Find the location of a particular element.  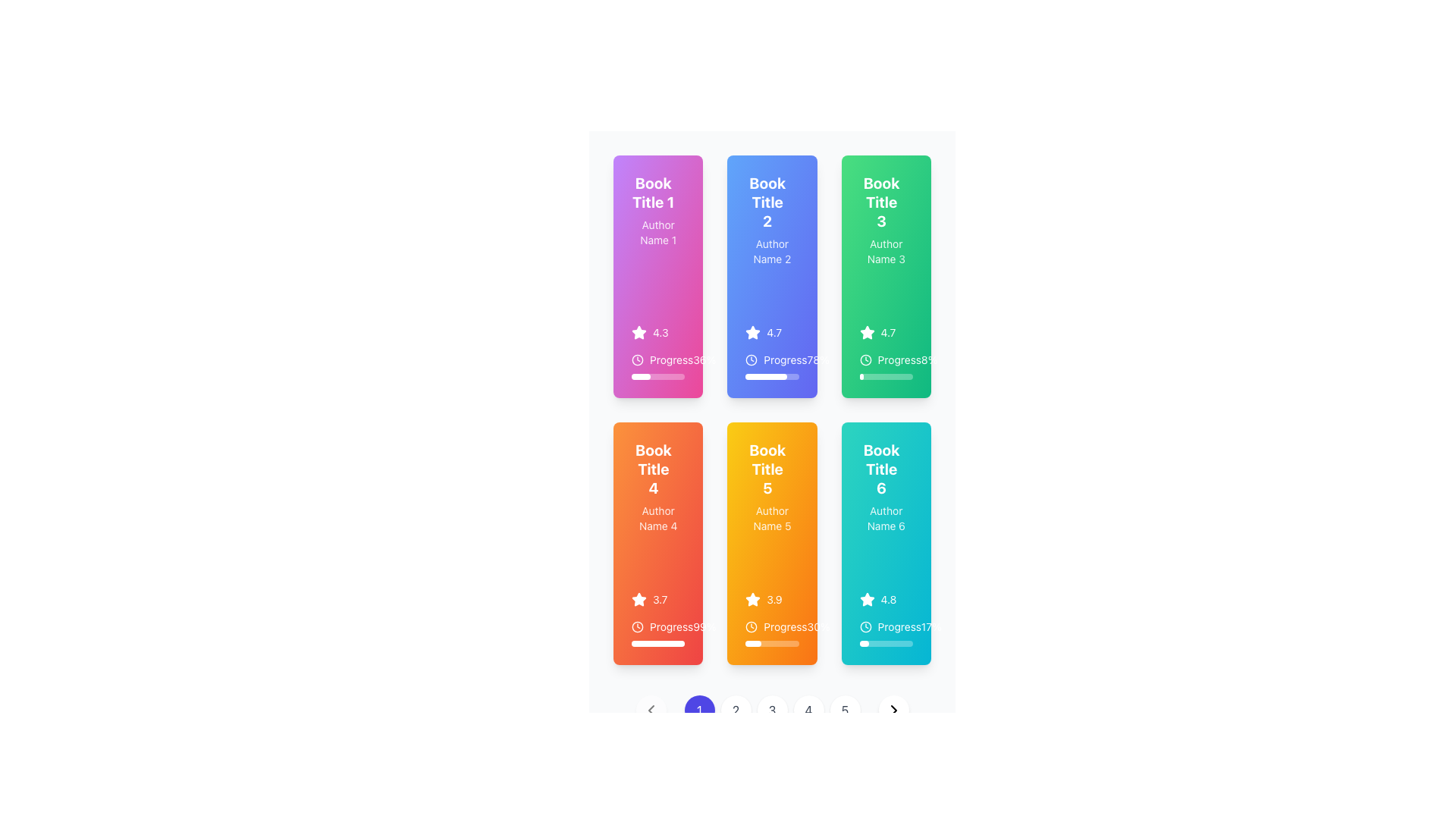

the right-most arrow icon located at the bottom right of the interface is located at coordinates (893, 711).